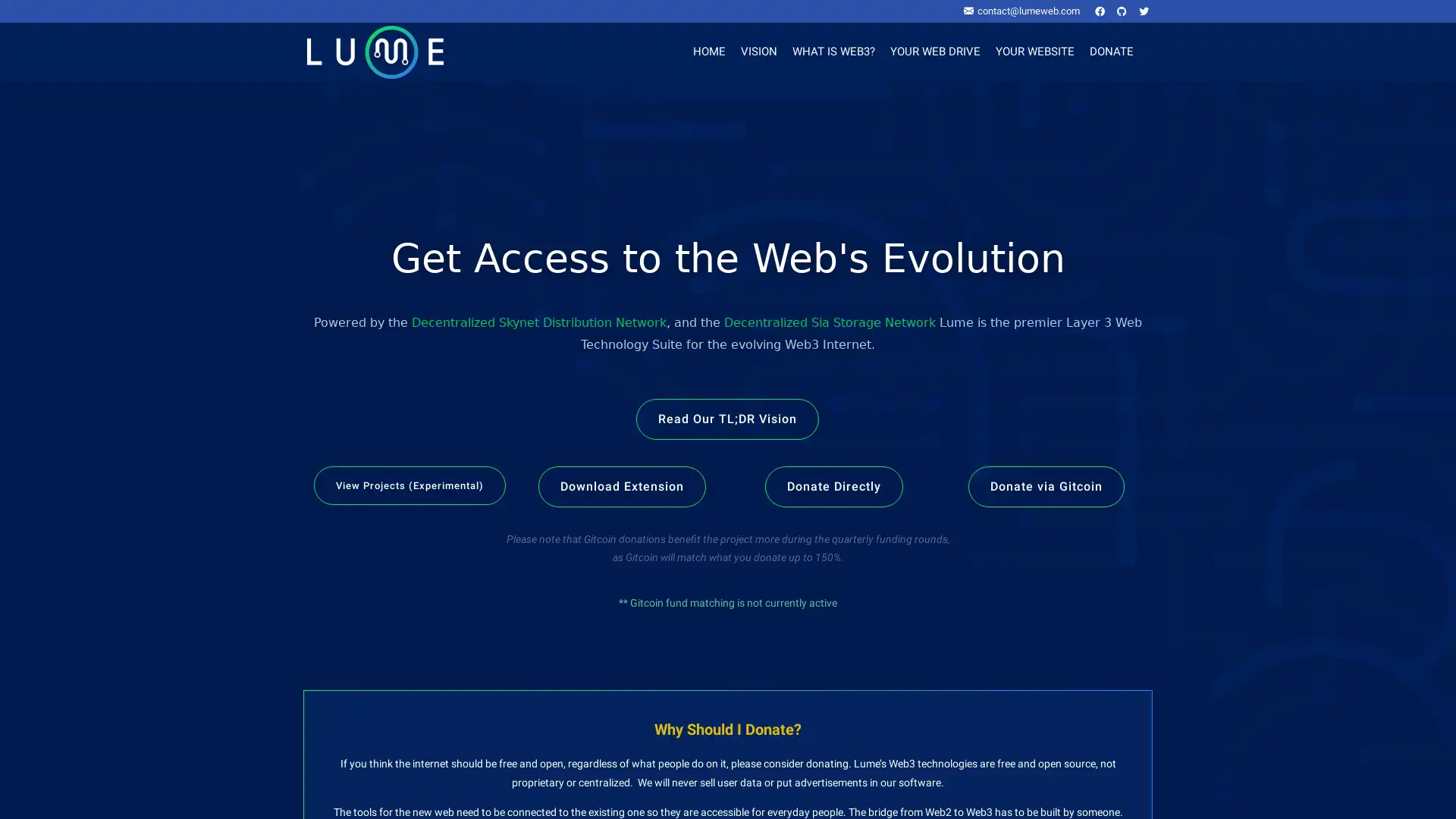  Describe the element at coordinates (1046, 485) in the screenshot. I see `Donate via Gitcoin` at that location.